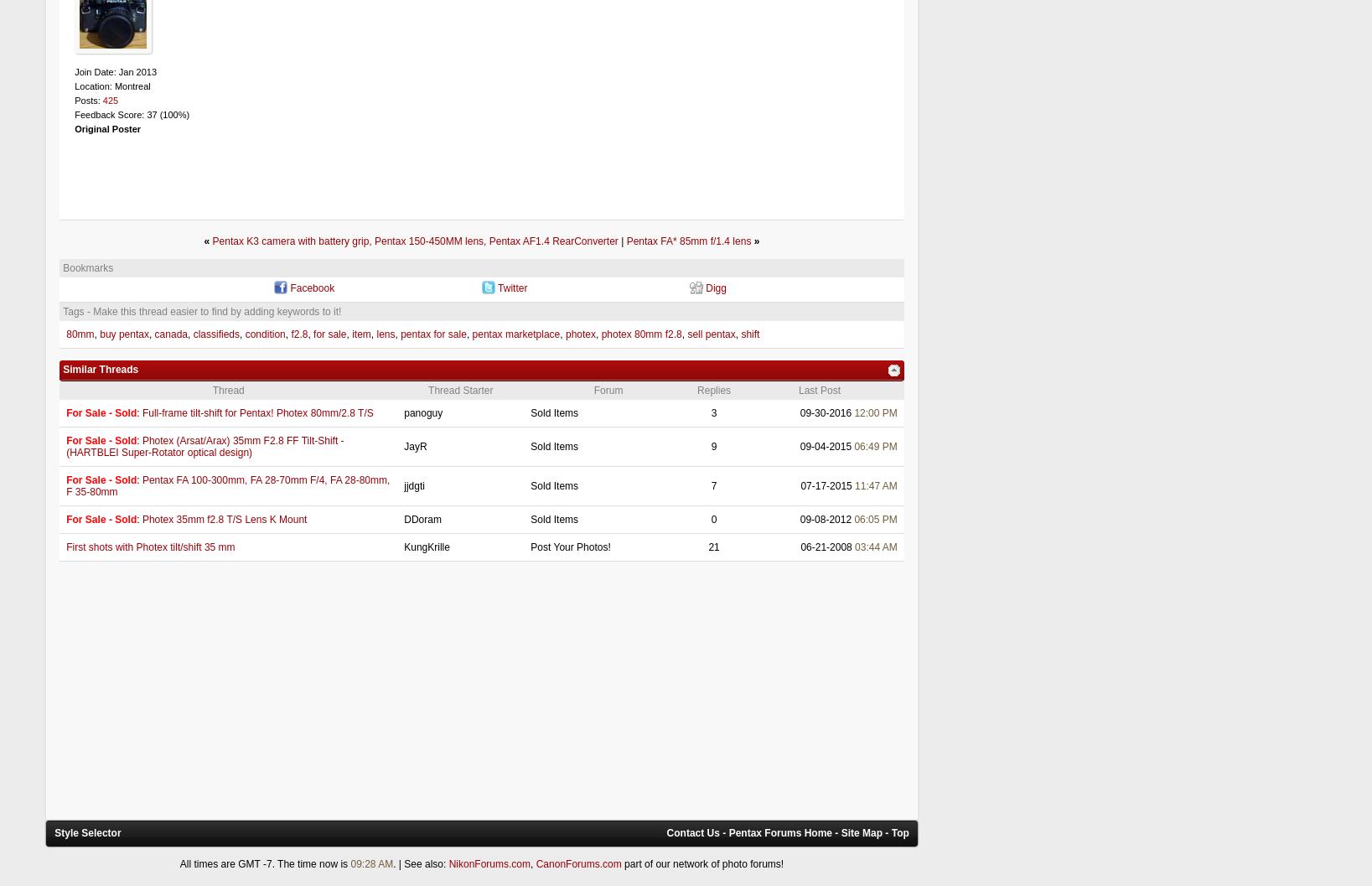  Describe the element at coordinates (713, 546) in the screenshot. I see `'21'` at that location.